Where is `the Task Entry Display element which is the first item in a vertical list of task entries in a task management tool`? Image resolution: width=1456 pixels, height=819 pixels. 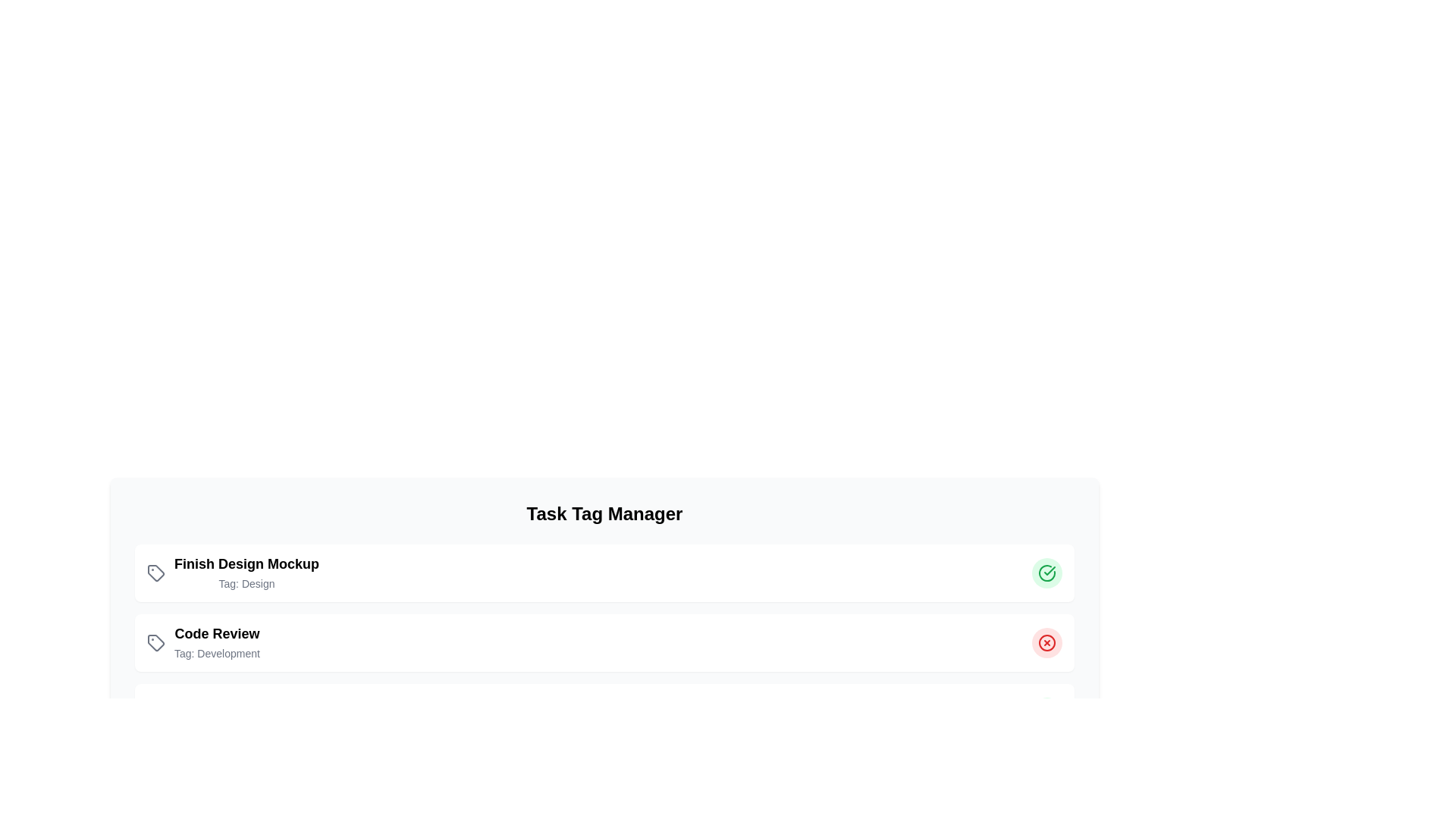
the Task Entry Display element which is the first item in a vertical list of task entries in a task management tool is located at coordinates (232, 573).